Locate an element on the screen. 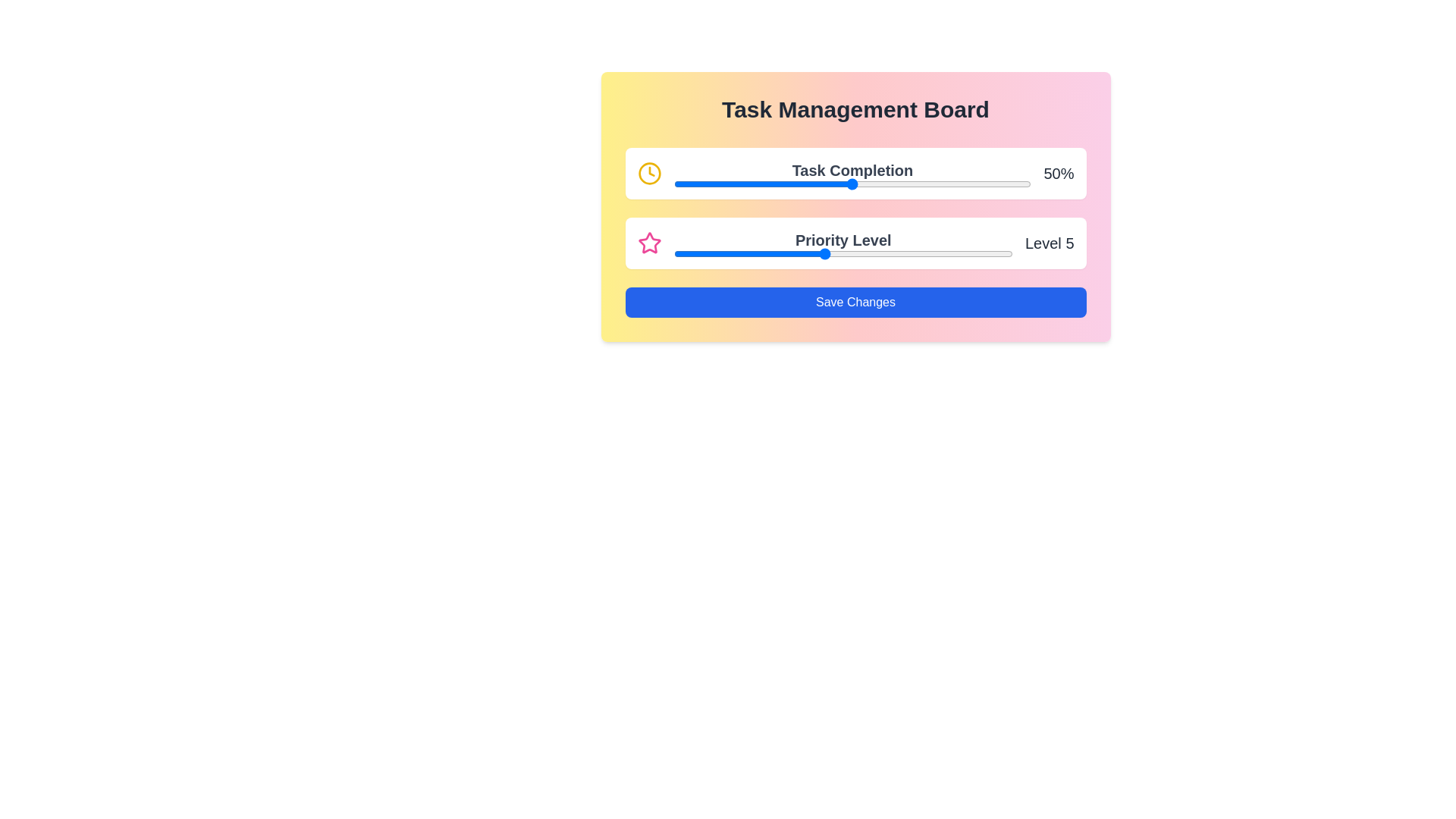 The height and width of the screenshot is (819, 1456). priority level is located at coordinates (711, 253).